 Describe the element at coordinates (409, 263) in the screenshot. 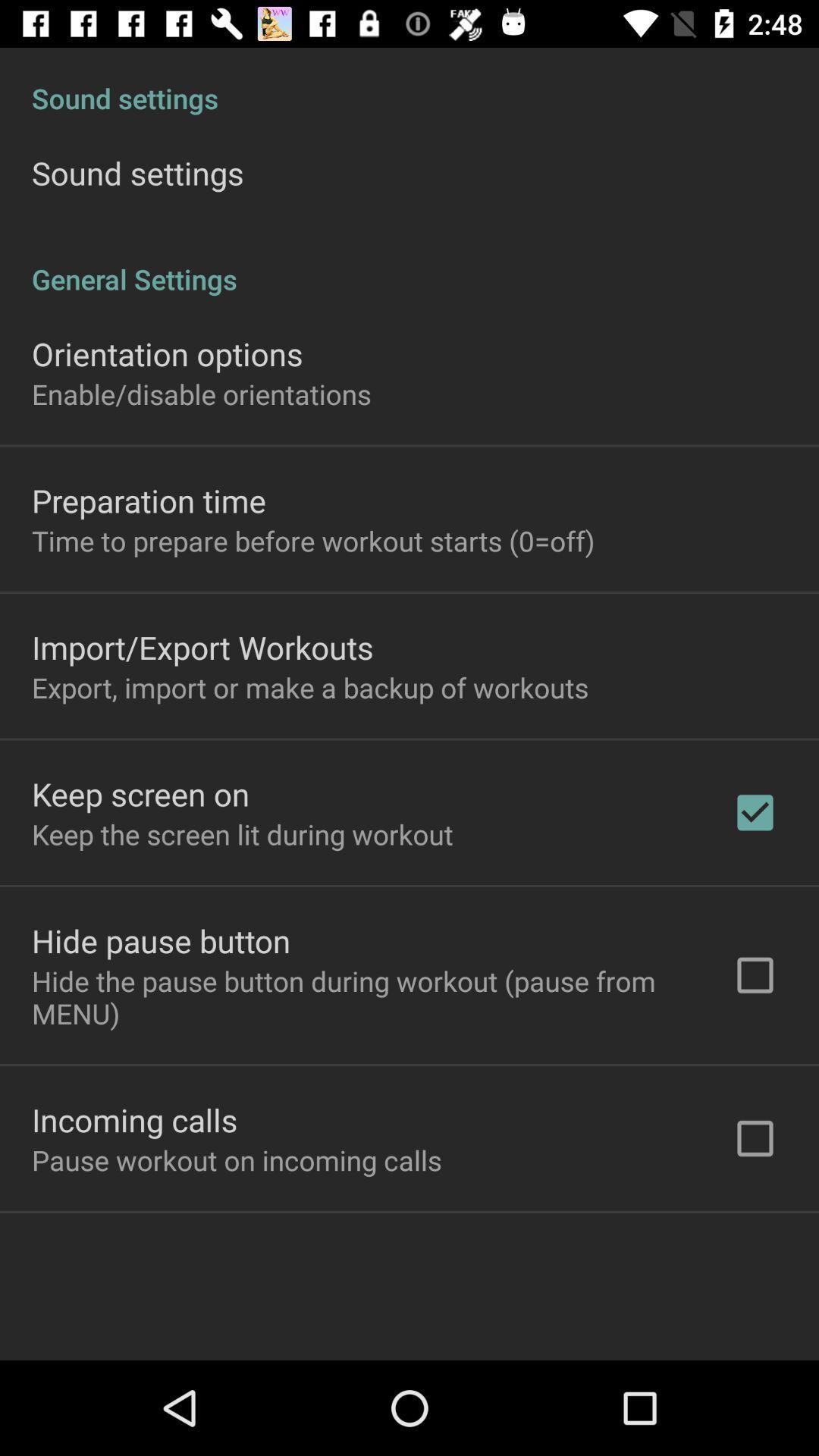

I see `general settings icon` at that location.